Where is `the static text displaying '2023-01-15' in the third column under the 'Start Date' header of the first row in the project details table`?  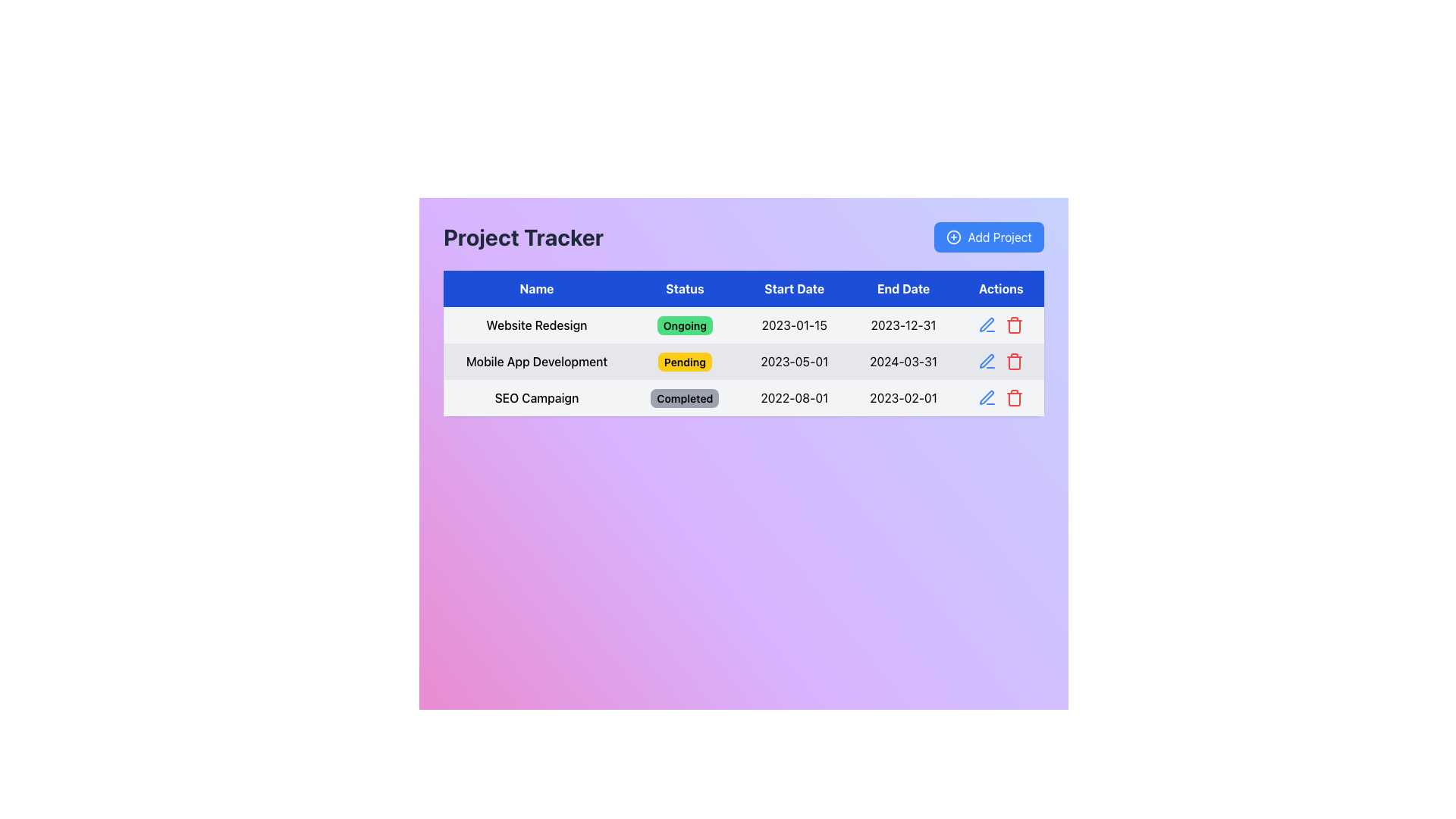 the static text displaying '2023-01-15' in the third column under the 'Start Date' header of the first row in the project details table is located at coordinates (793, 324).